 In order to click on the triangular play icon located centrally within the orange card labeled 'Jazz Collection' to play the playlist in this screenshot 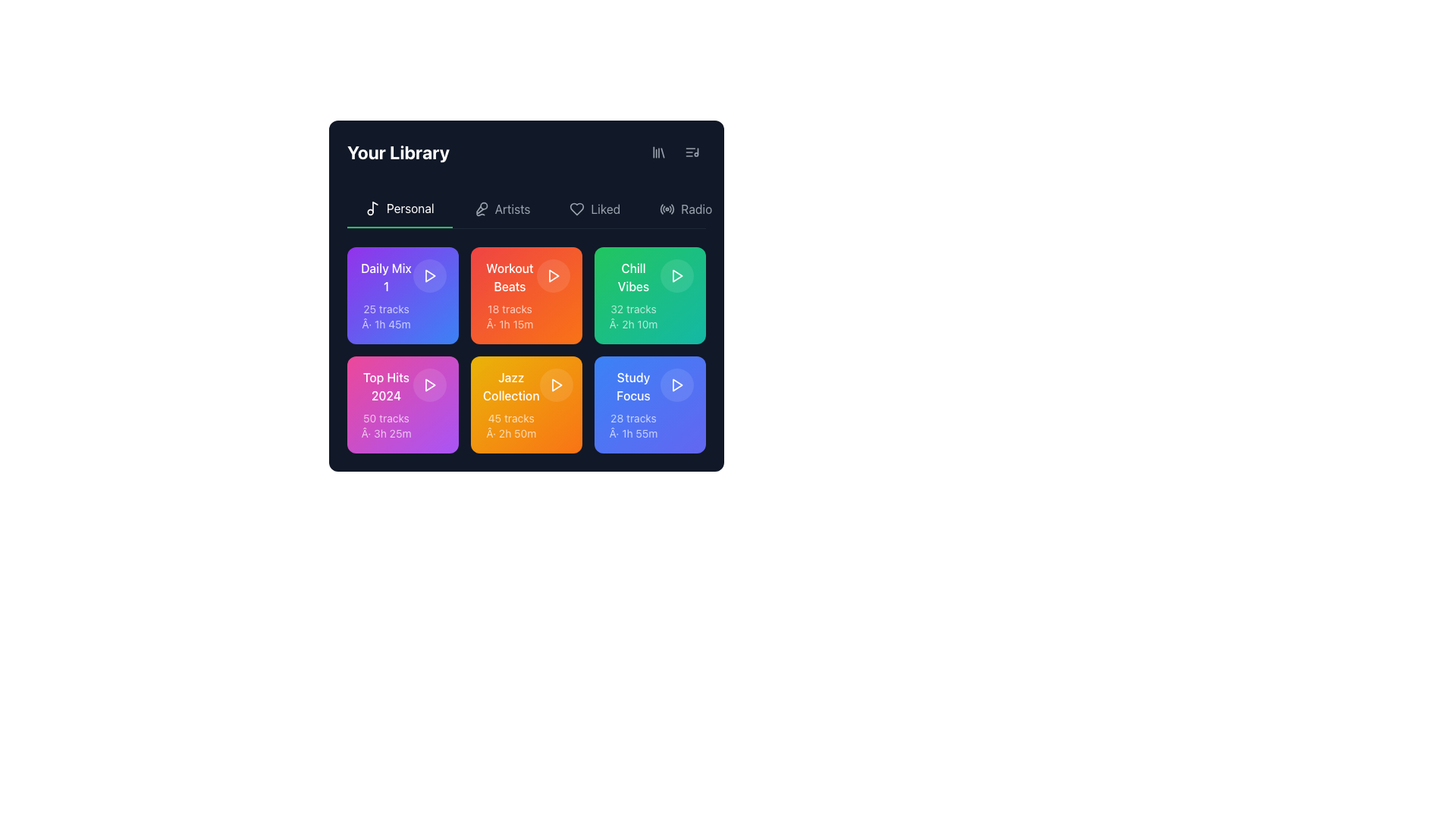, I will do `click(555, 384)`.